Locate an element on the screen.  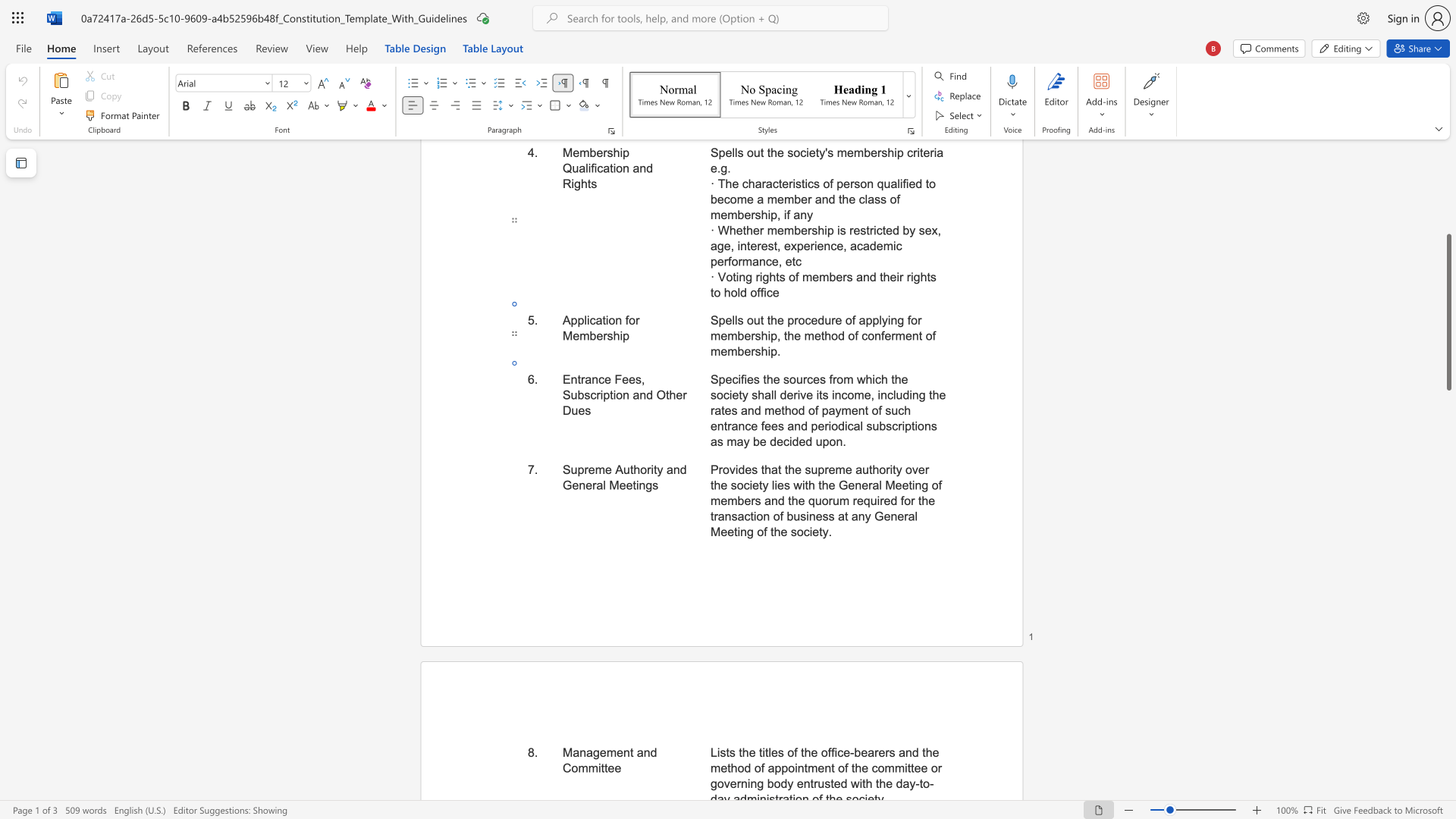
the 1th character "g" in the text is located at coordinates (648, 485).